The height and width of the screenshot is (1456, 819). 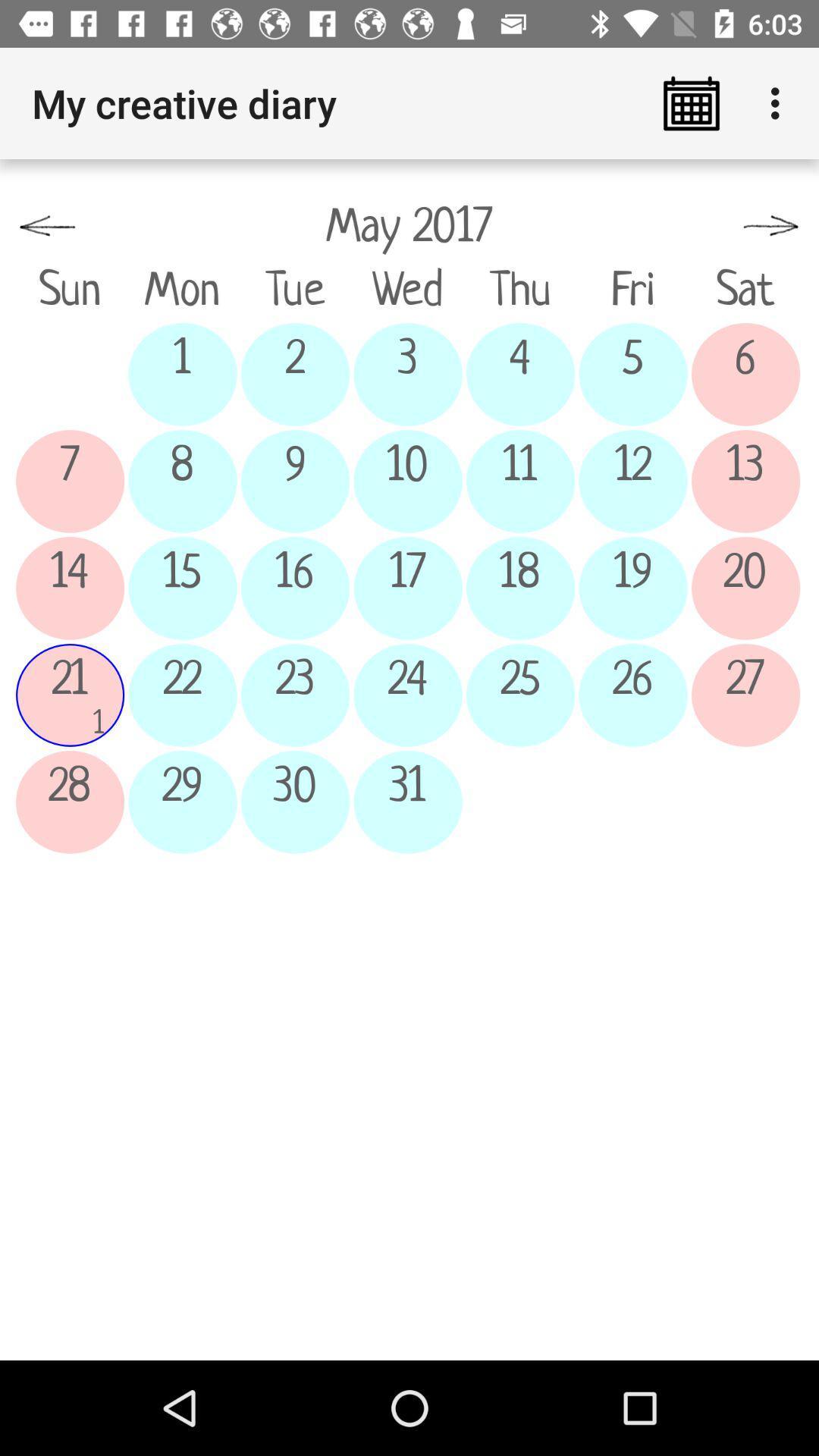 I want to click on the arrow_forward icon, so click(x=771, y=226).